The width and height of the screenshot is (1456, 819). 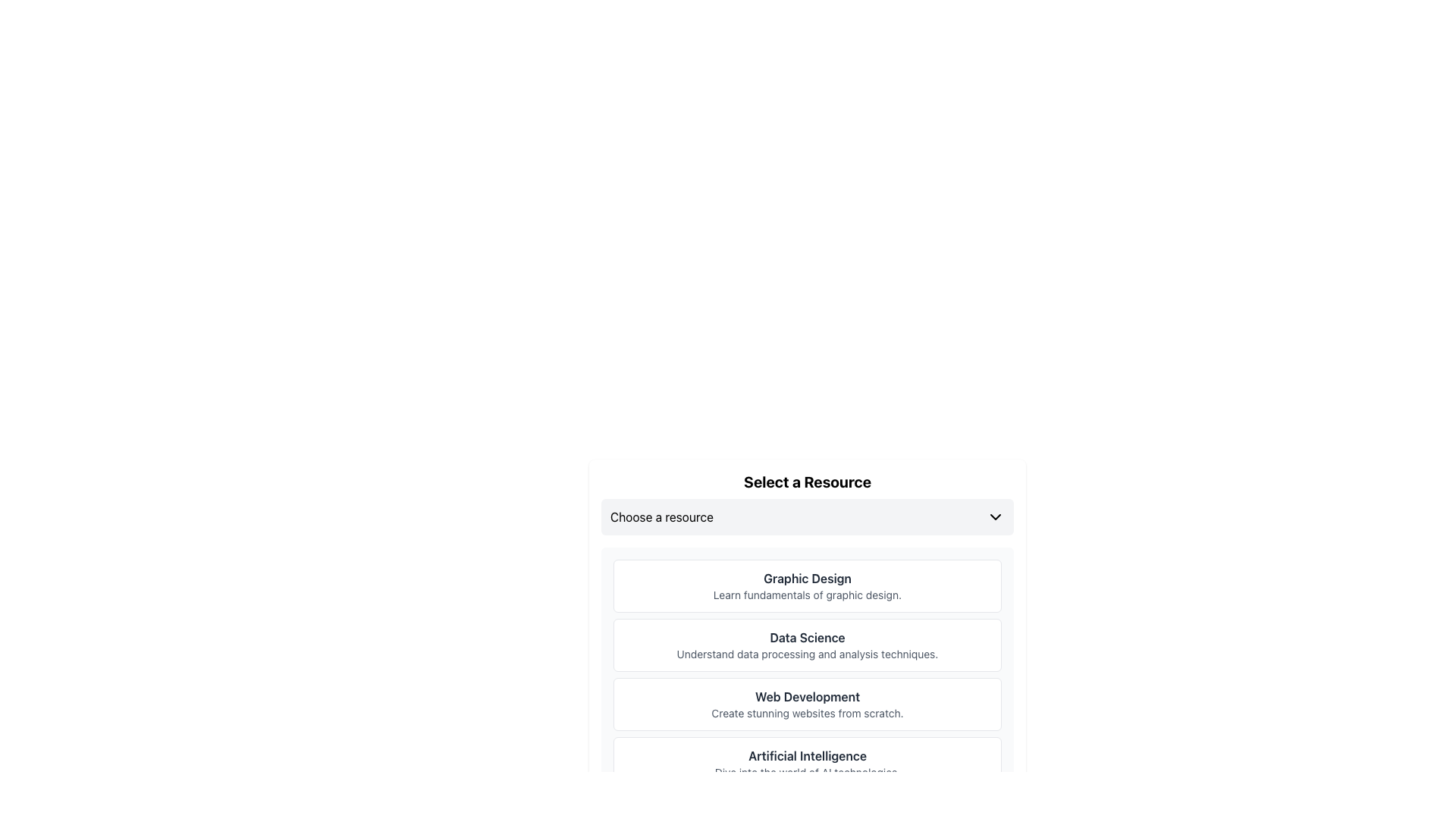 I want to click on the text label providing supplementary information for the 'Data Science' section, positioned below its title and above the 'Web Development' section, so click(x=807, y=654).